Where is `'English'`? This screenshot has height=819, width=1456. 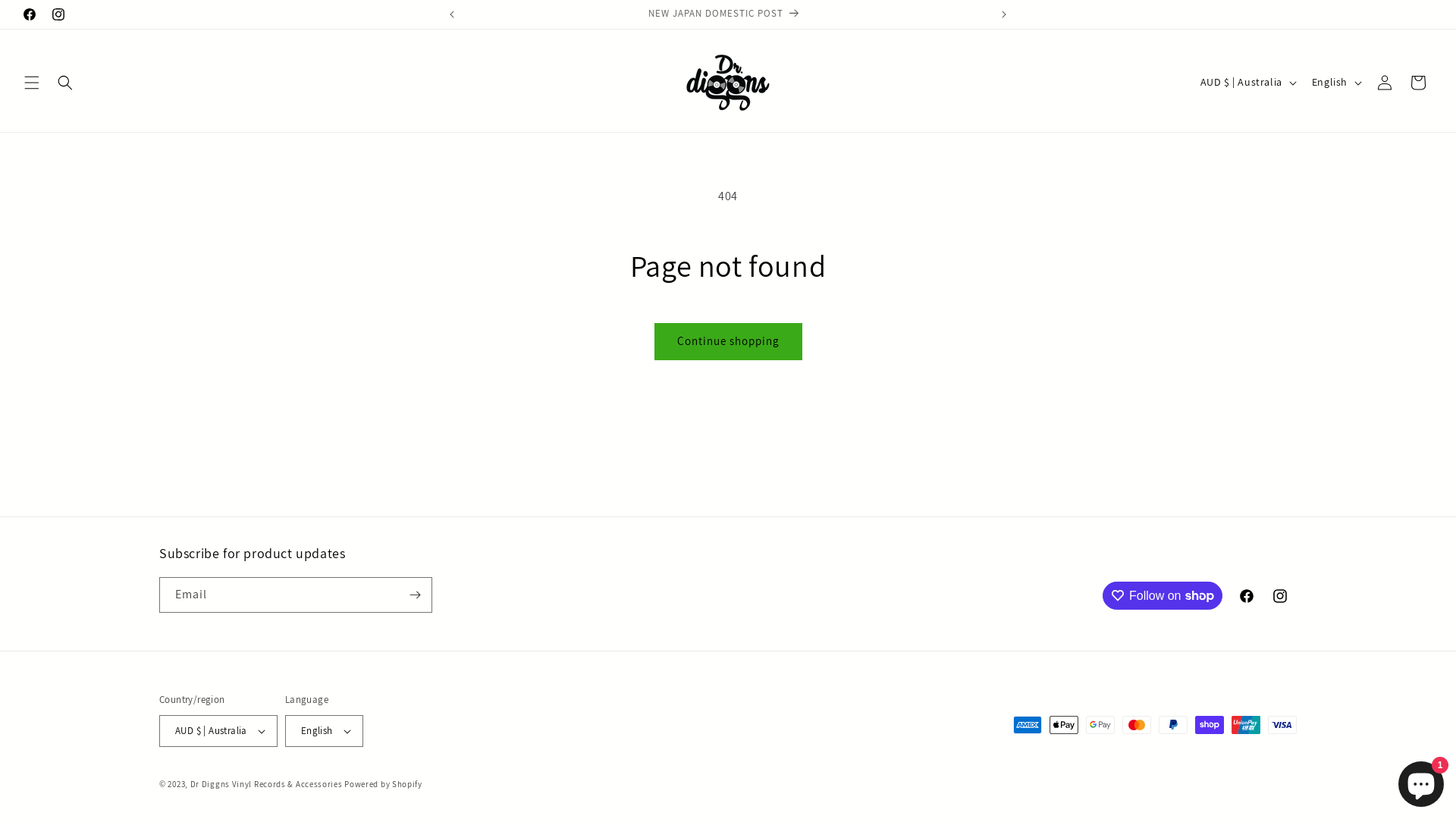
'English' is located at coordinates (1335, 82).